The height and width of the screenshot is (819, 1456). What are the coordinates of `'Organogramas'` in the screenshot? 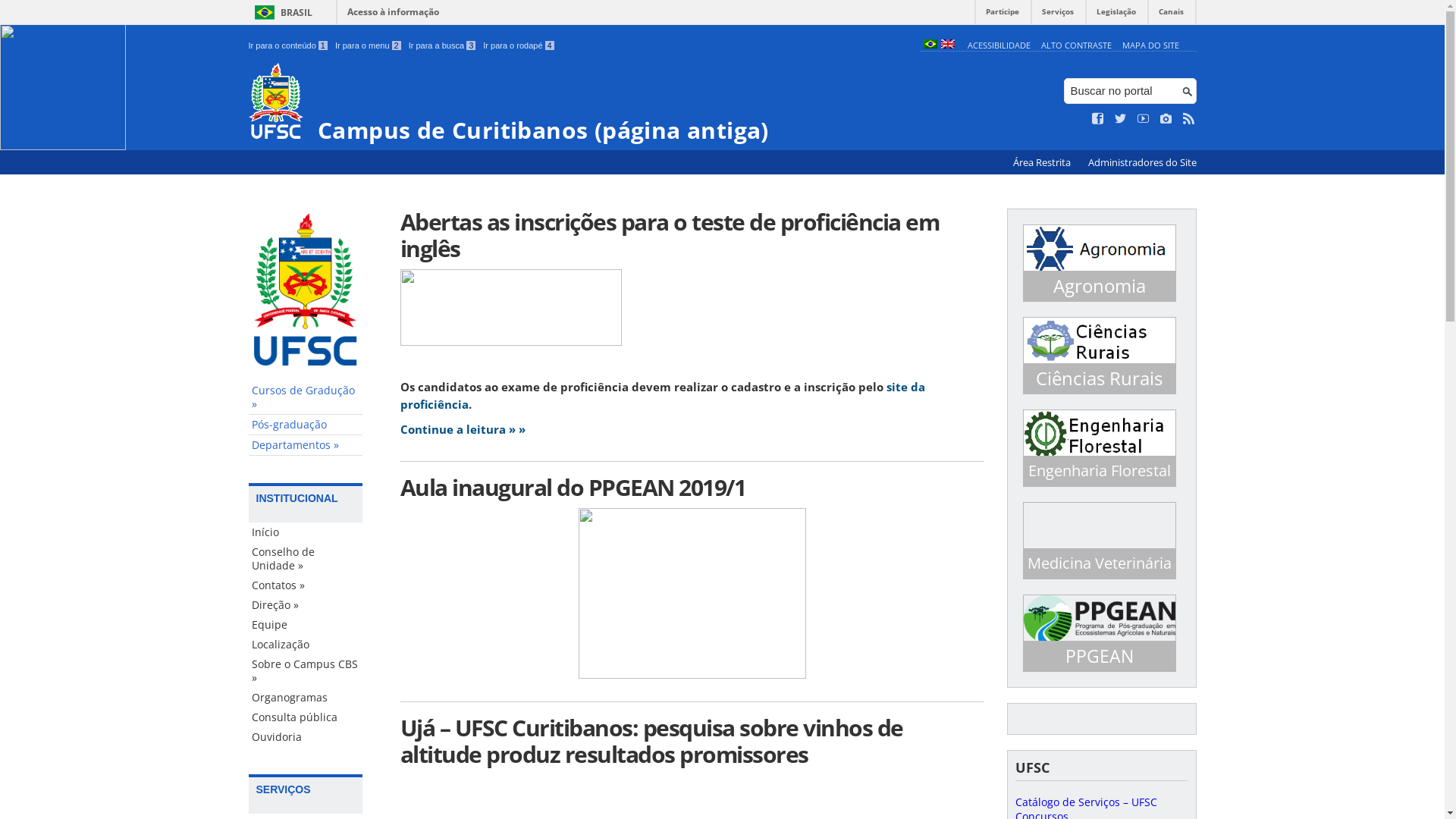 It's located at (305, 698).